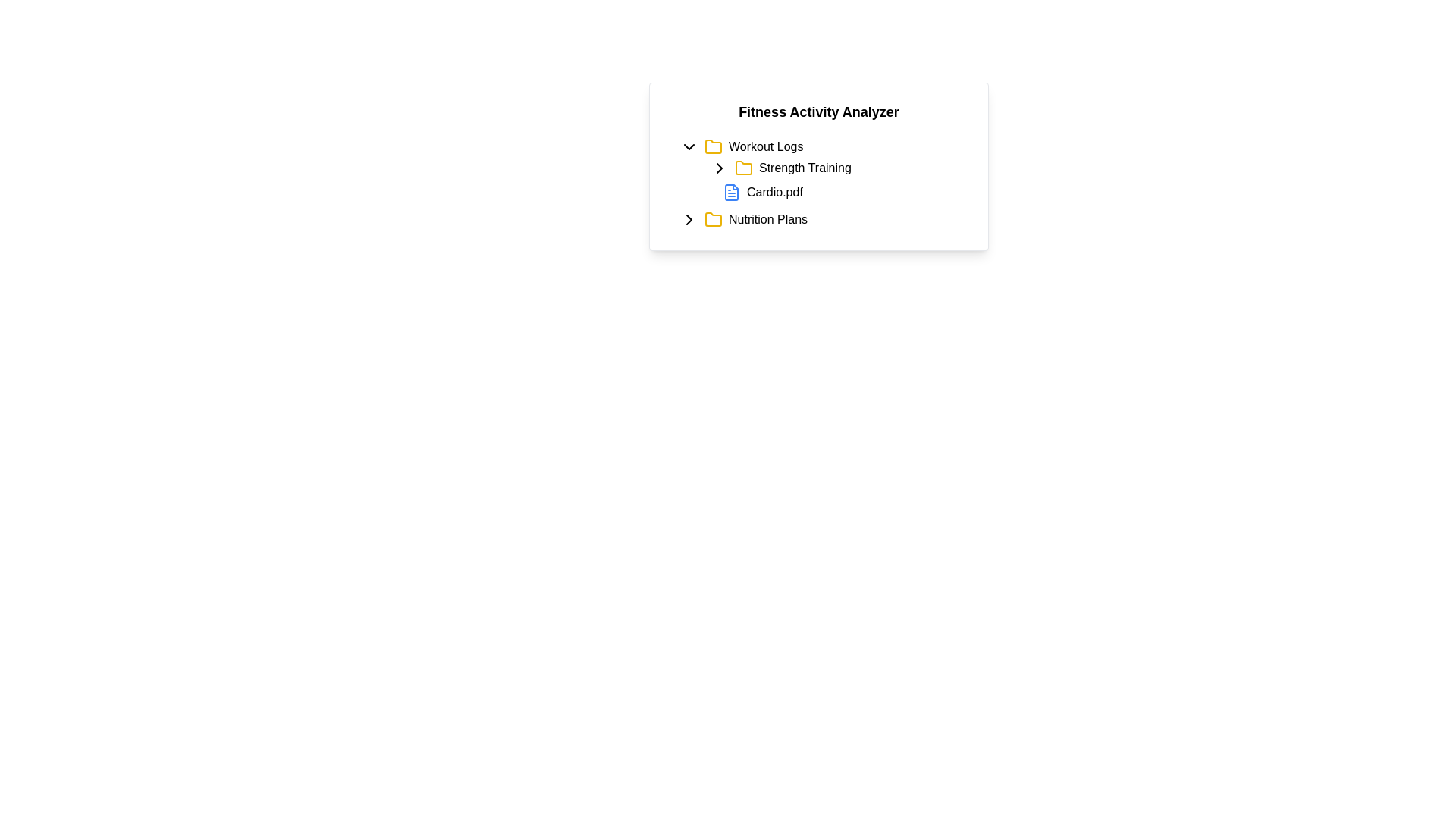  What do you see at coordinates (743, 168) in the screenshot?
I see `the bright yellow folder icon titled 'Strength Training' located under the 'Workout Logs' folder` at bounding box center [743, 168].